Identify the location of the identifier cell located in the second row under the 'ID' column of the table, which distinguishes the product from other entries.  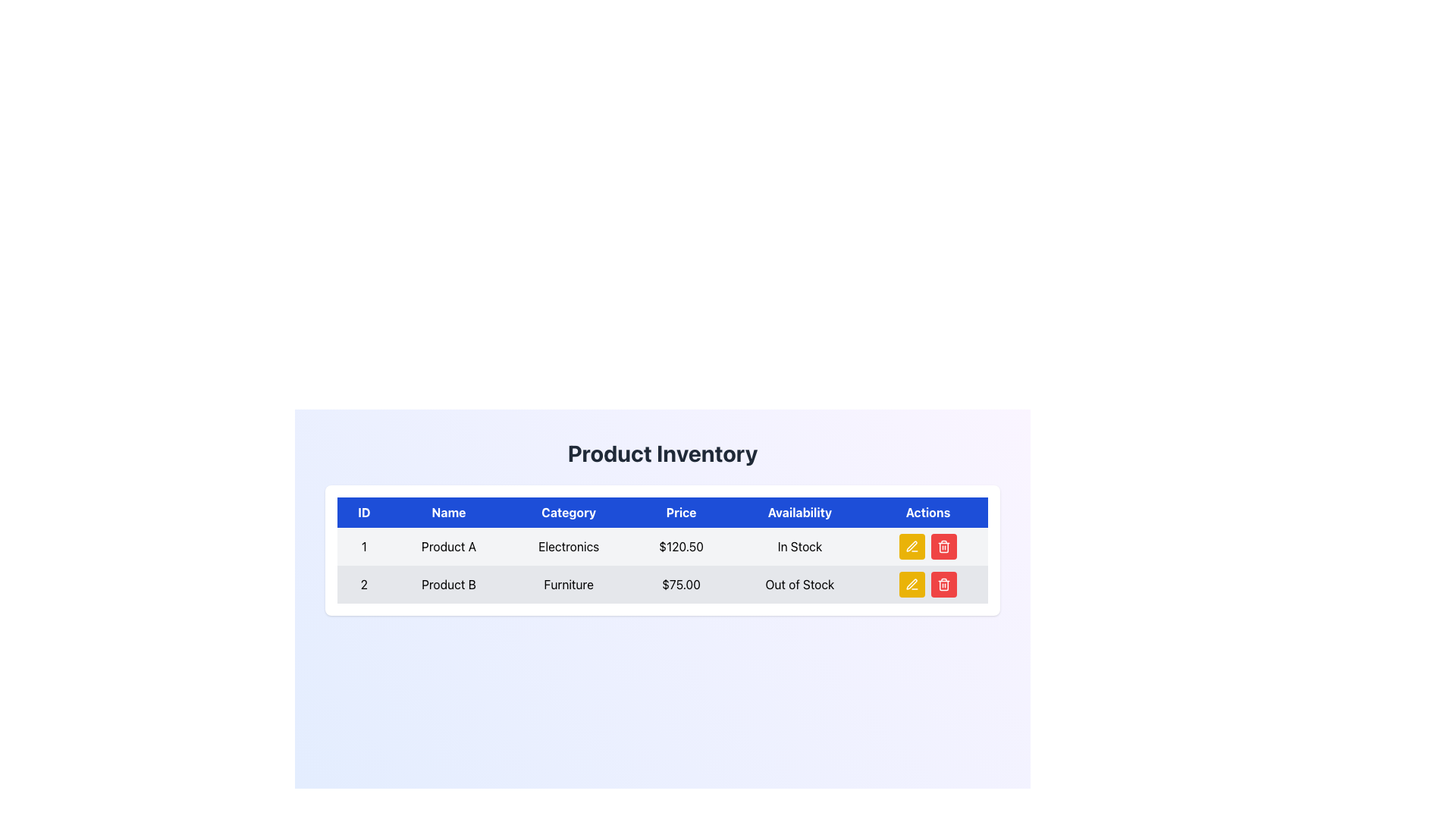
(364, 584).